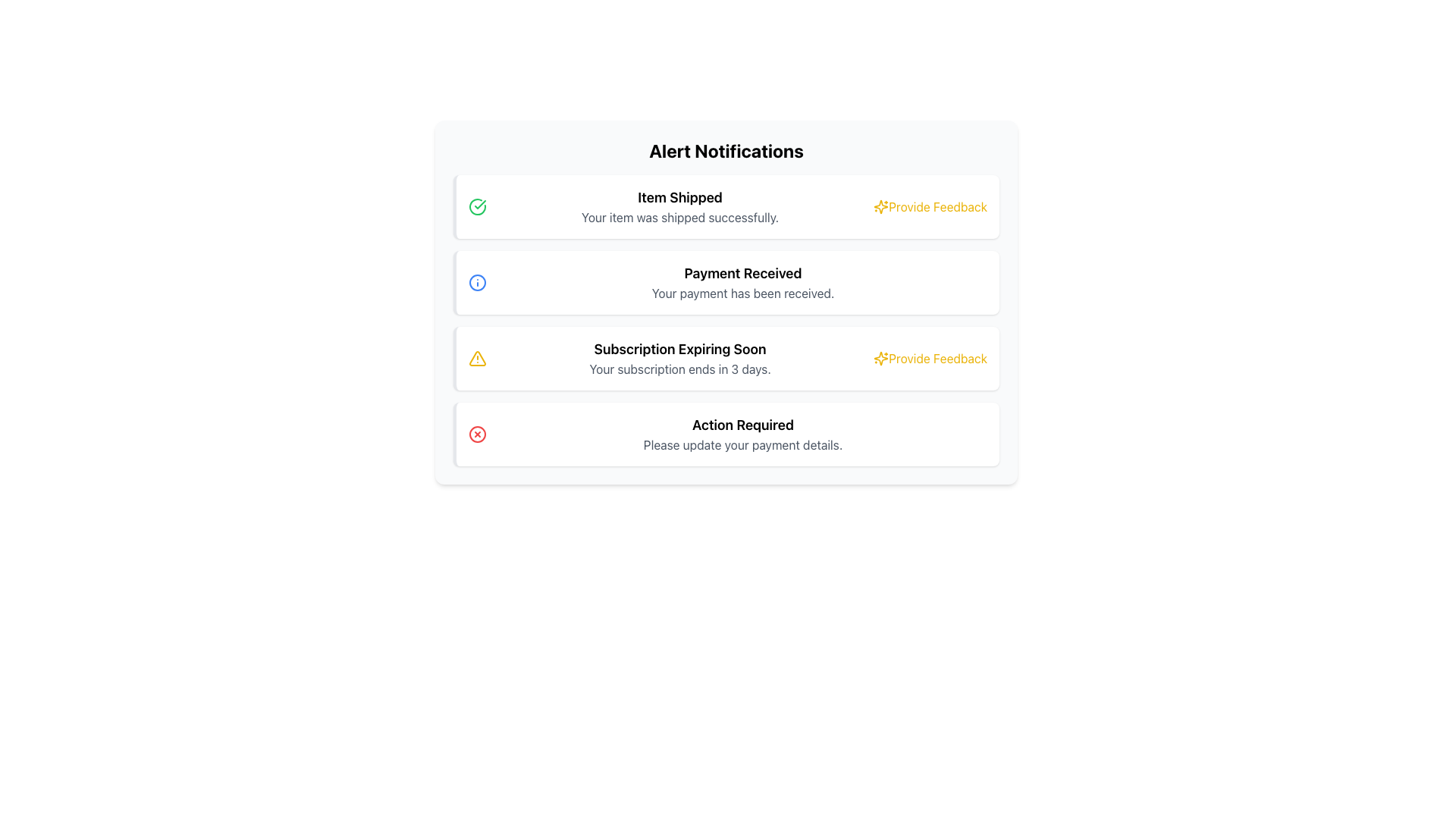 The height and width of the screenshot is (819, 1456). I want to click on the Notification Card displaying 'Subscription Expiring Soon' with a warning icon, located in the vertical list of alerts, so click(726, 359).